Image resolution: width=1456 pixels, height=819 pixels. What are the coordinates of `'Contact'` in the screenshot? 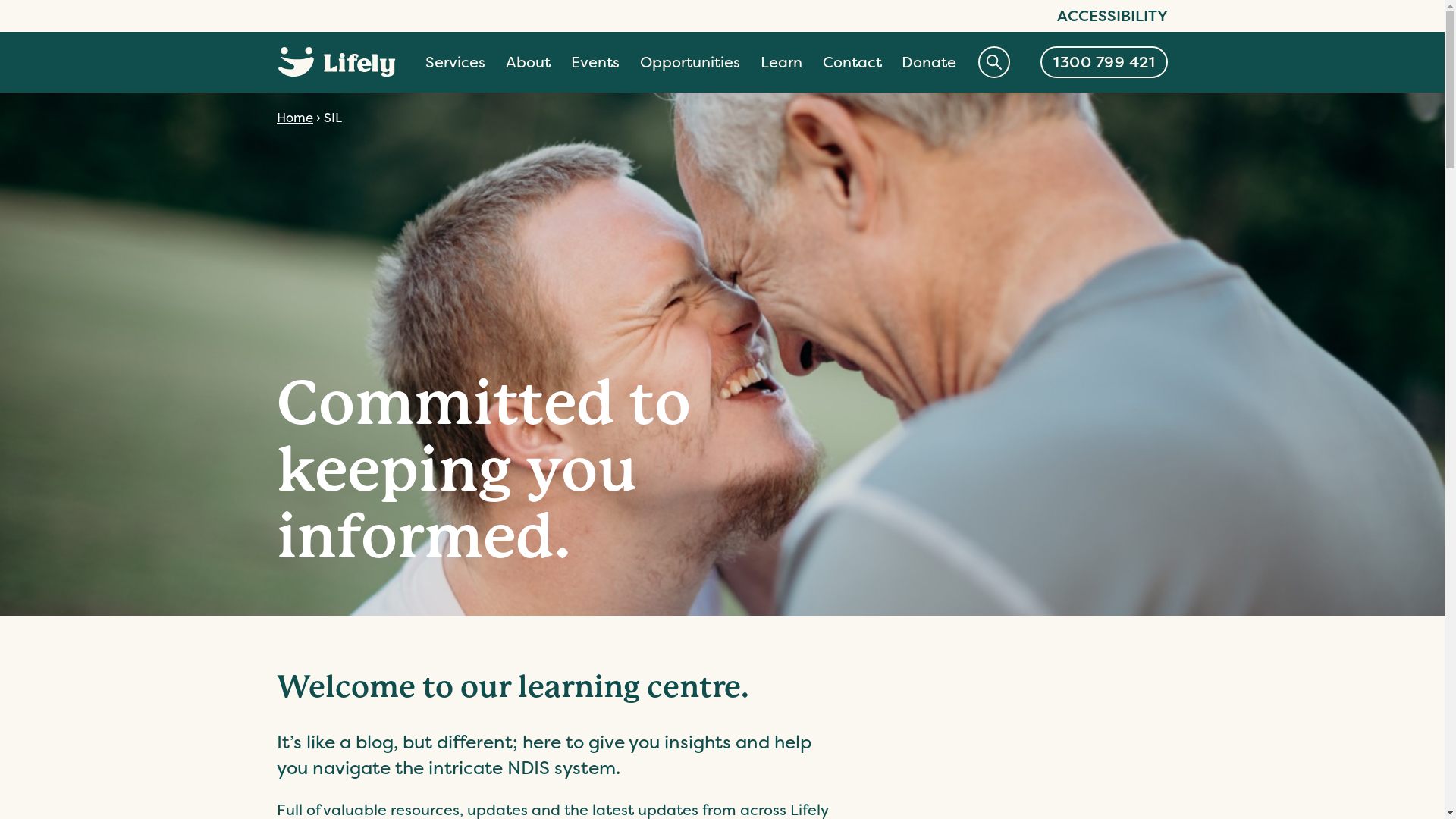 It's located at (852, 62).